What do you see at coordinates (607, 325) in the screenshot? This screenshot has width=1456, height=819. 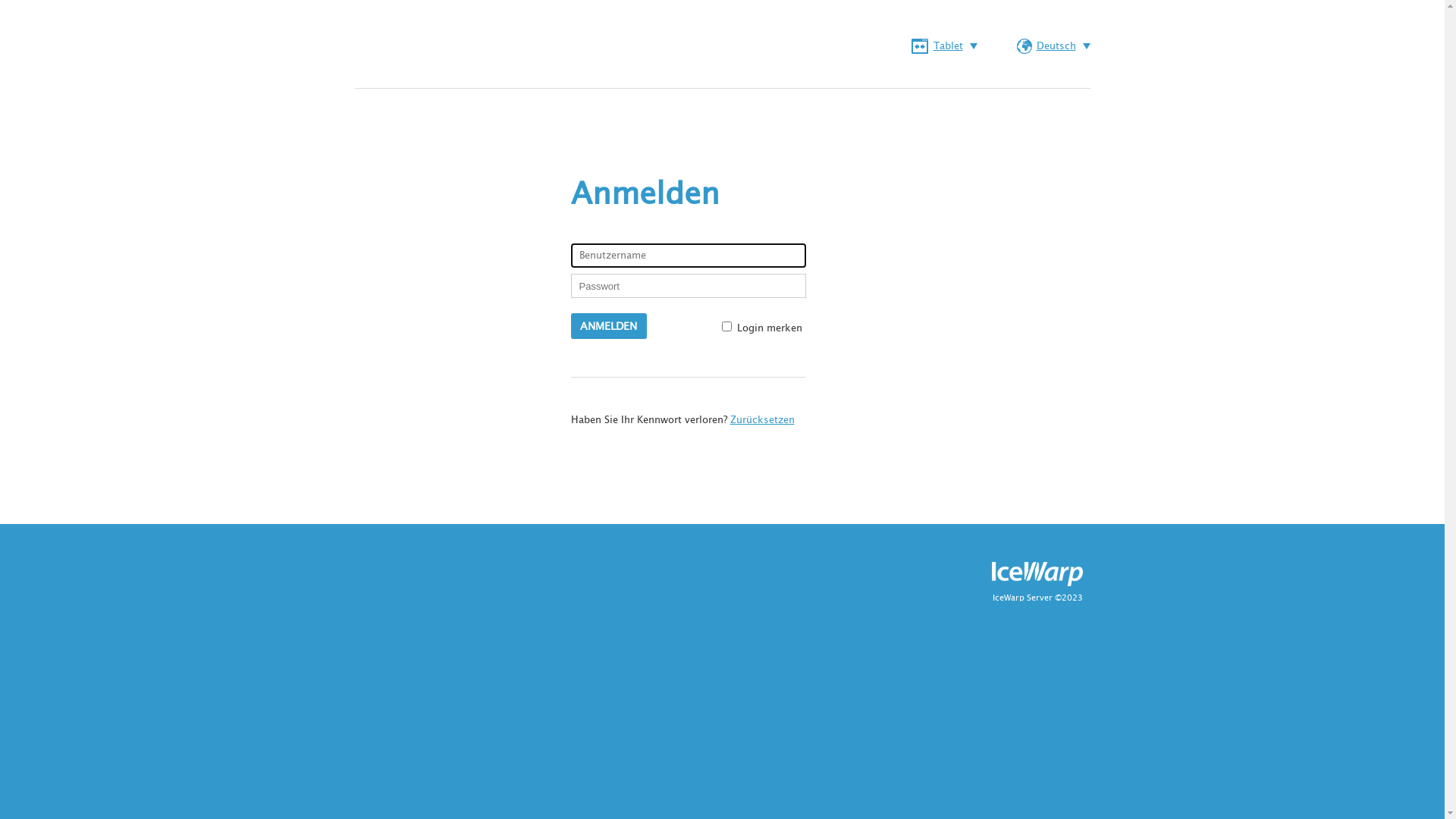 I see `'Anmelden'` at bounding box center [607, 325].